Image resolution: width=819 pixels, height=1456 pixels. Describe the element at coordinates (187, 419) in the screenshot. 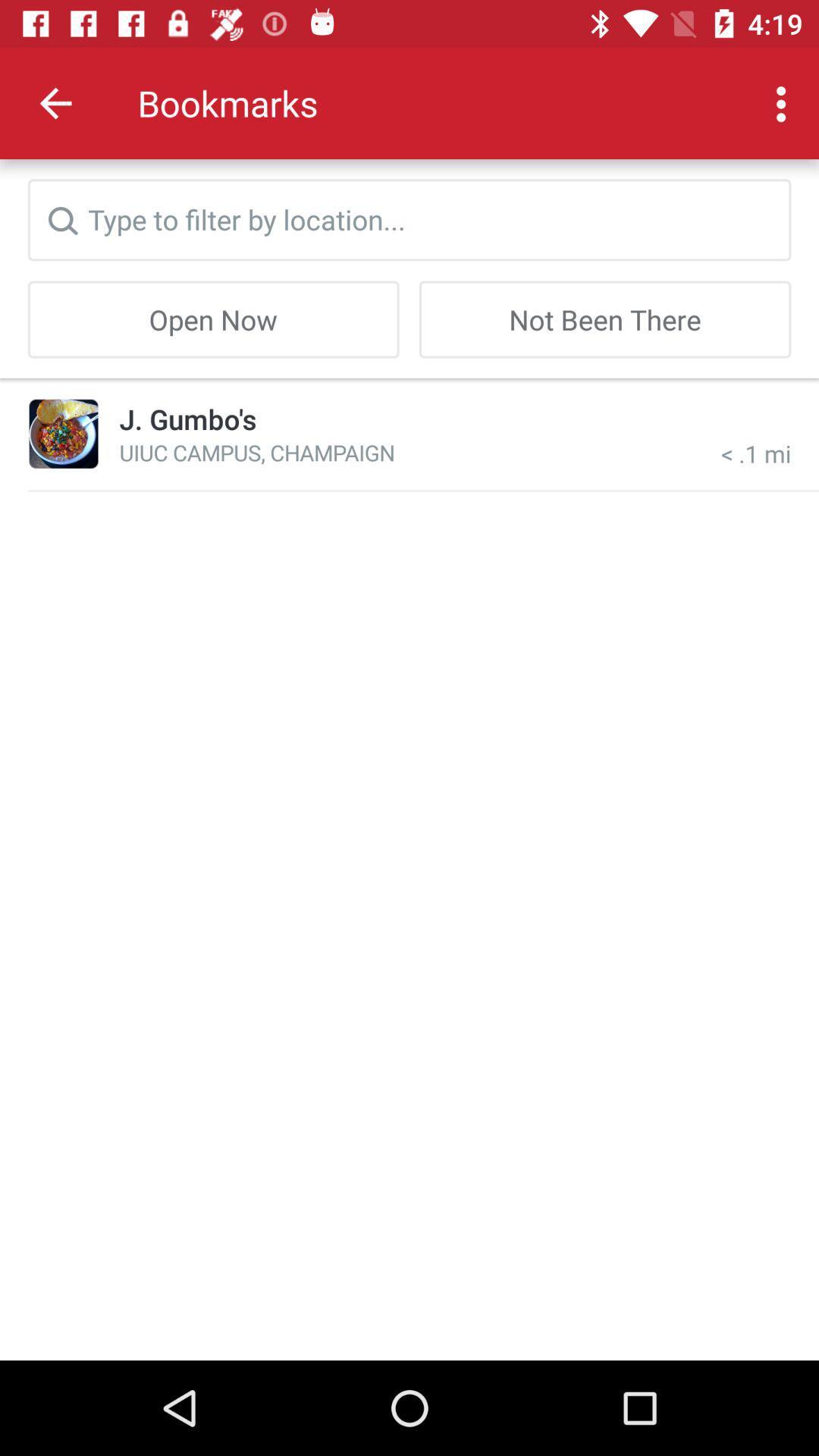

I see `item below the open now icon` at that location.